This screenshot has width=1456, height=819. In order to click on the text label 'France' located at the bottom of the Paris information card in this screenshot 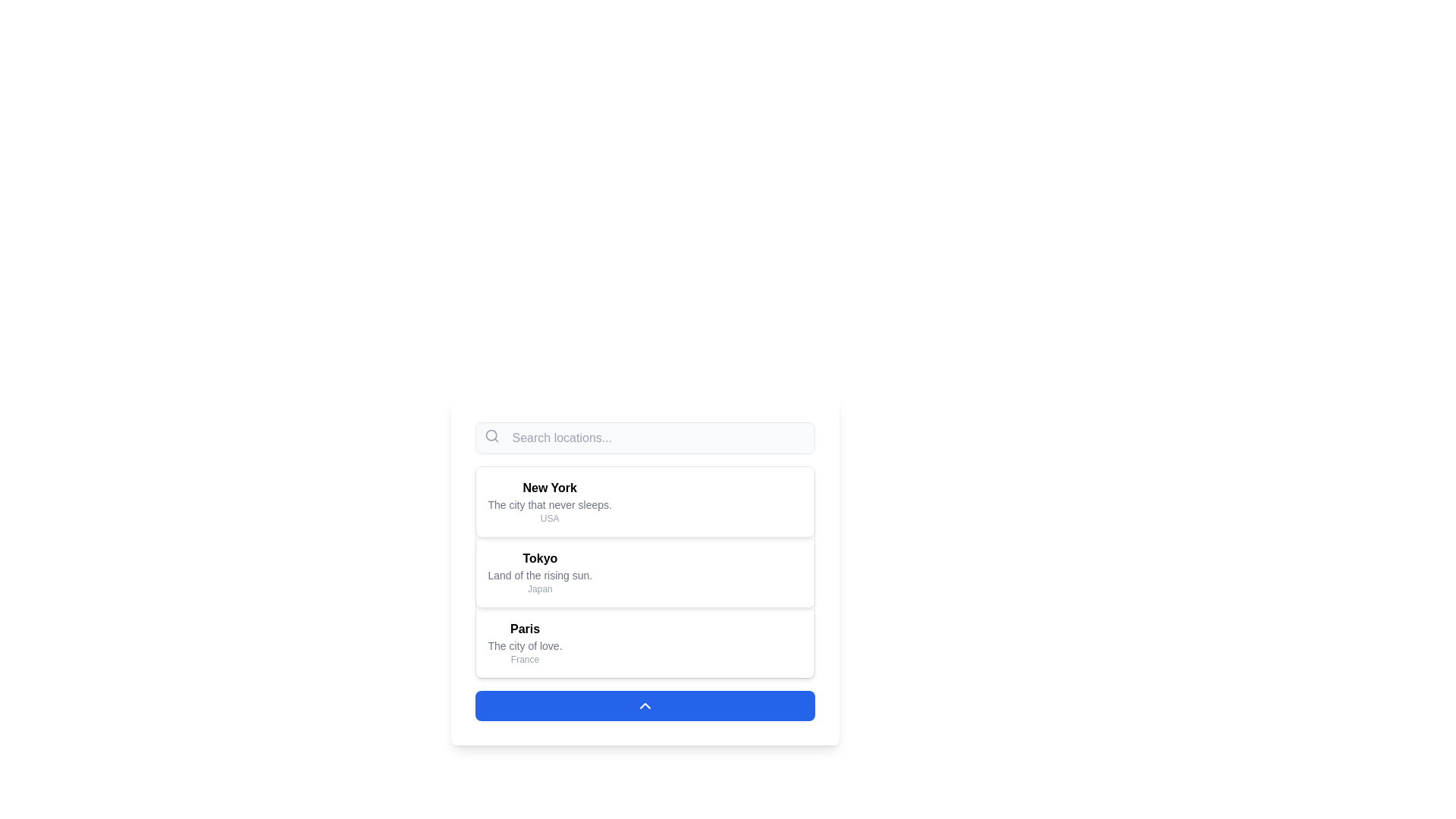, I will do `click(525, 659)`.